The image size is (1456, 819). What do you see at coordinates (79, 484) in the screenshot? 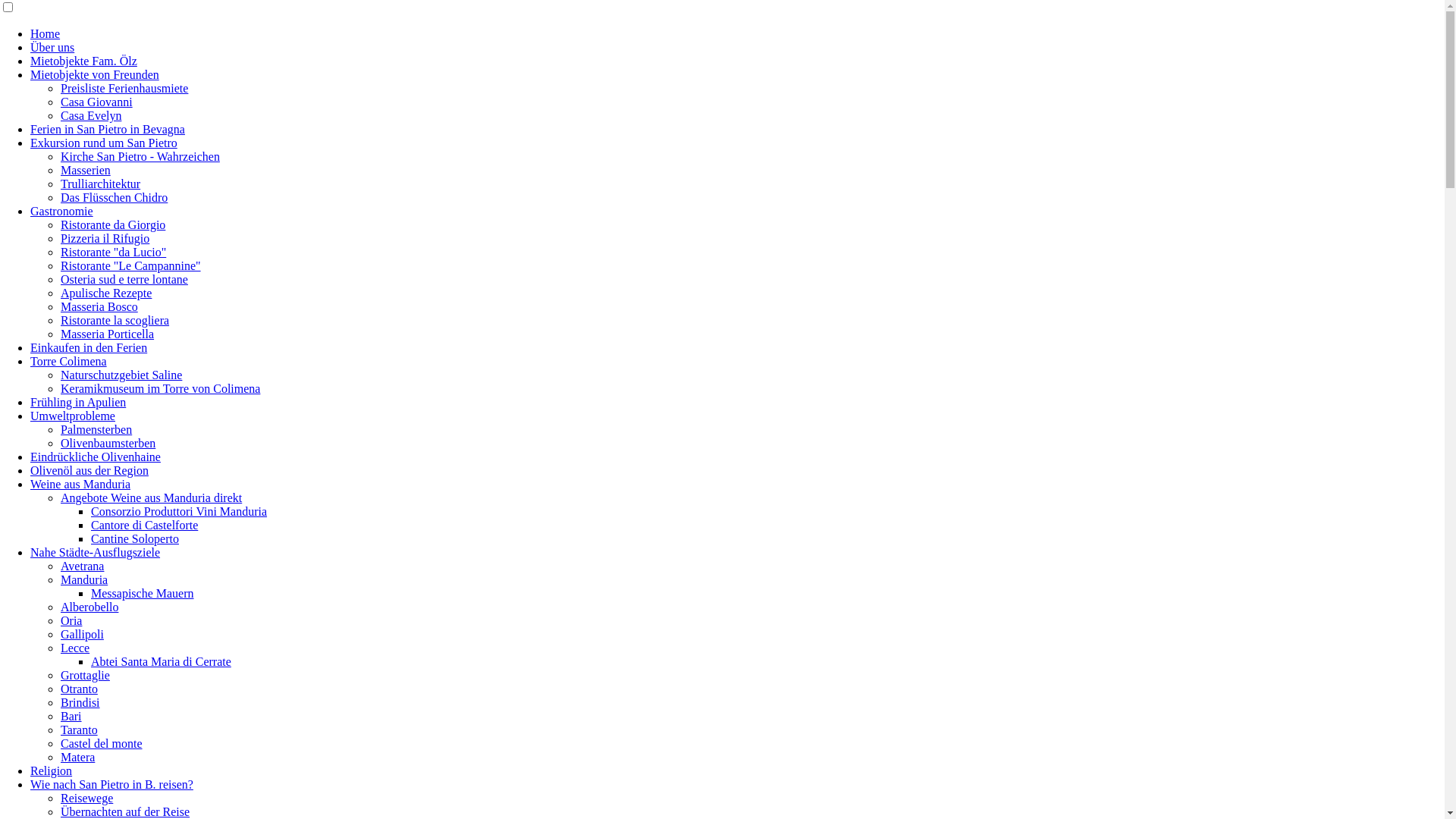
I see `'Weine aus Manduria'` at bounding box center [79, 484].